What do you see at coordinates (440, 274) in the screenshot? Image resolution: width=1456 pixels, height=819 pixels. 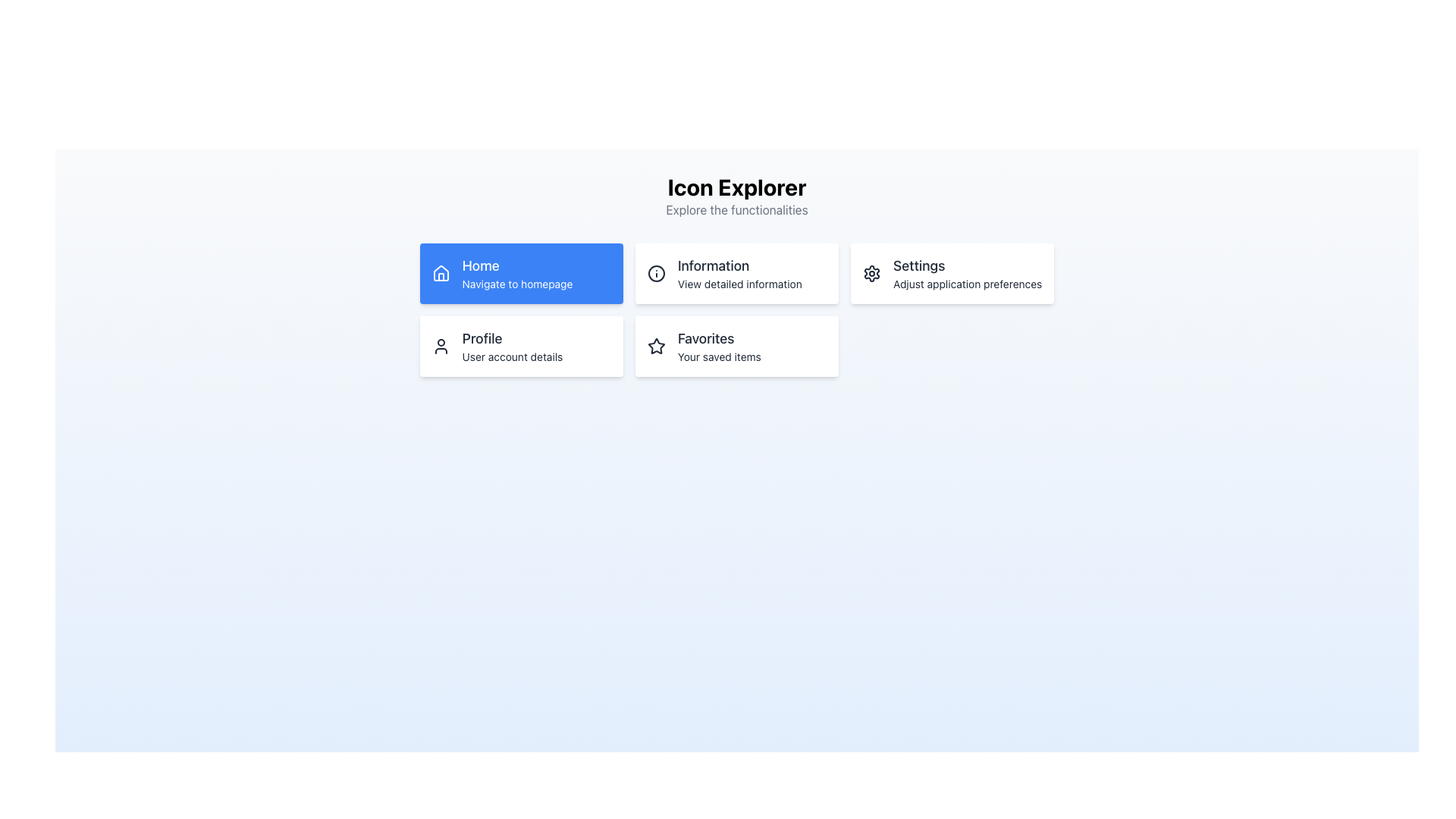 I see `the home-shaped icon with a blue background located within the top-left button labeled 'Home Navigate to homepage'` at bounding box center [440, 274].